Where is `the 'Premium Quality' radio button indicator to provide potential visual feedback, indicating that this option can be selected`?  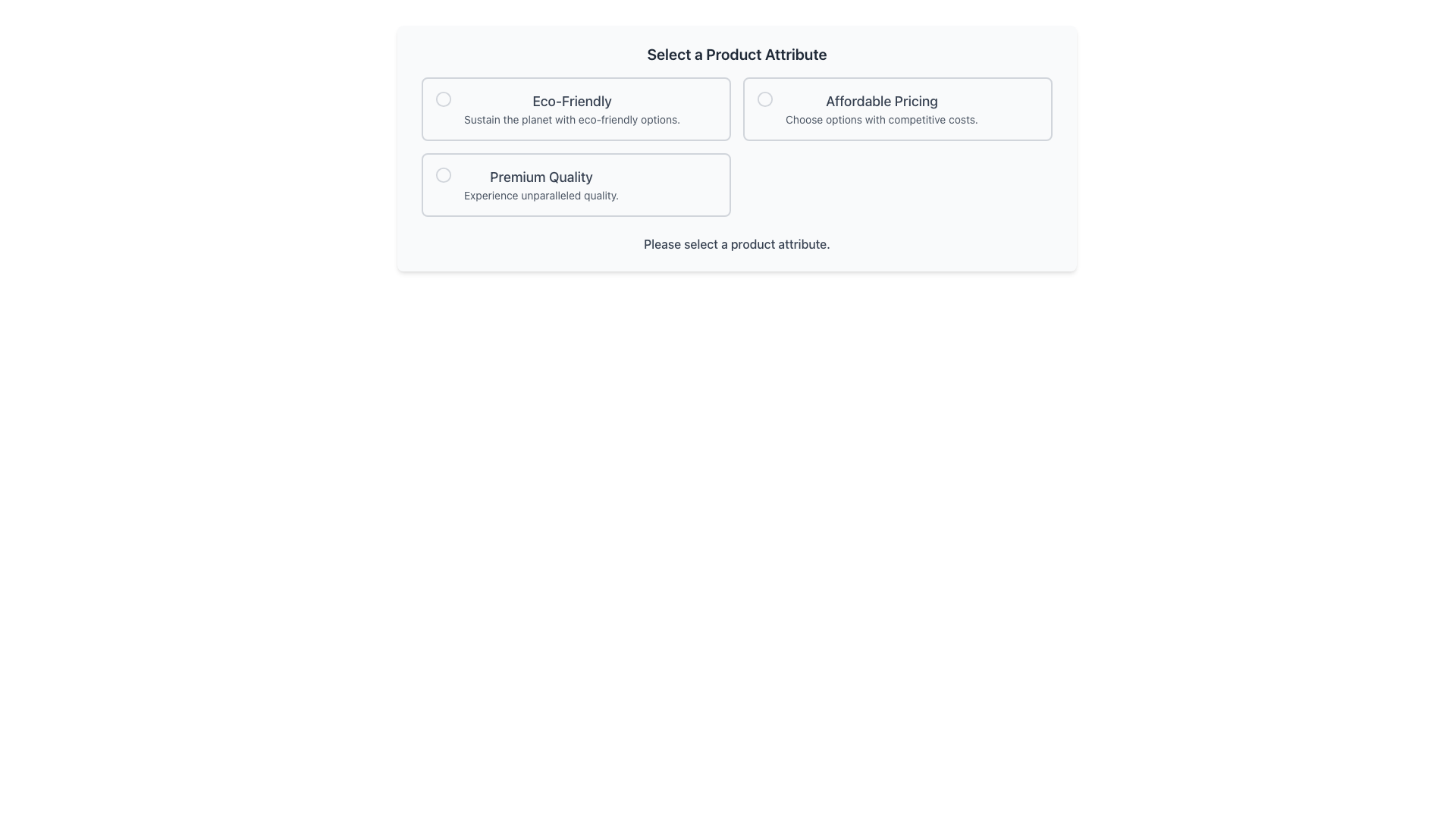
the 'Premium Quality' radio button indicator to provide potential visual feedback, indicating that this option can be selected is located at coordinates (443, 174).